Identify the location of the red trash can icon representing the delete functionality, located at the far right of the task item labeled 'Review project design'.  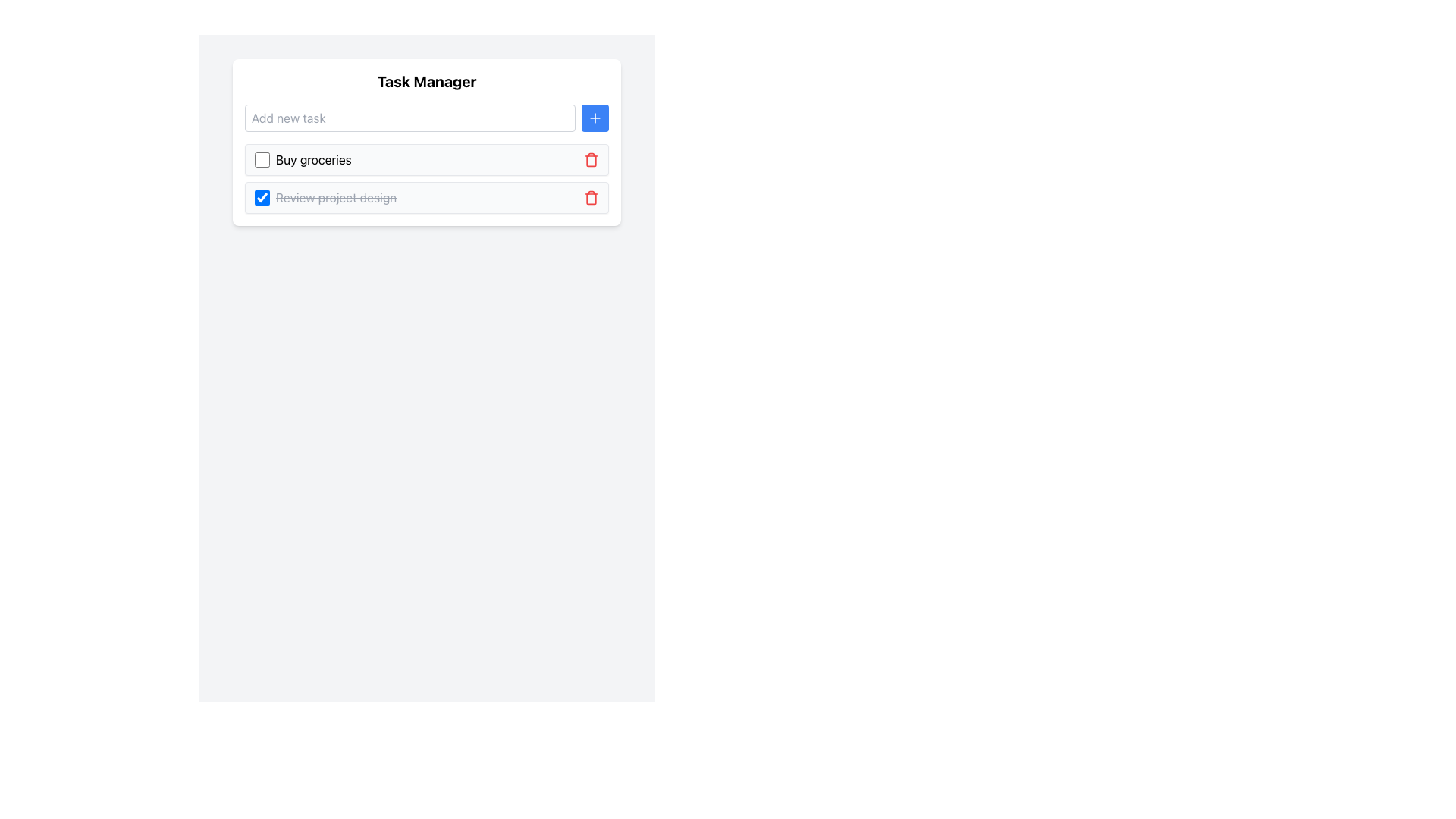
(590, 197).